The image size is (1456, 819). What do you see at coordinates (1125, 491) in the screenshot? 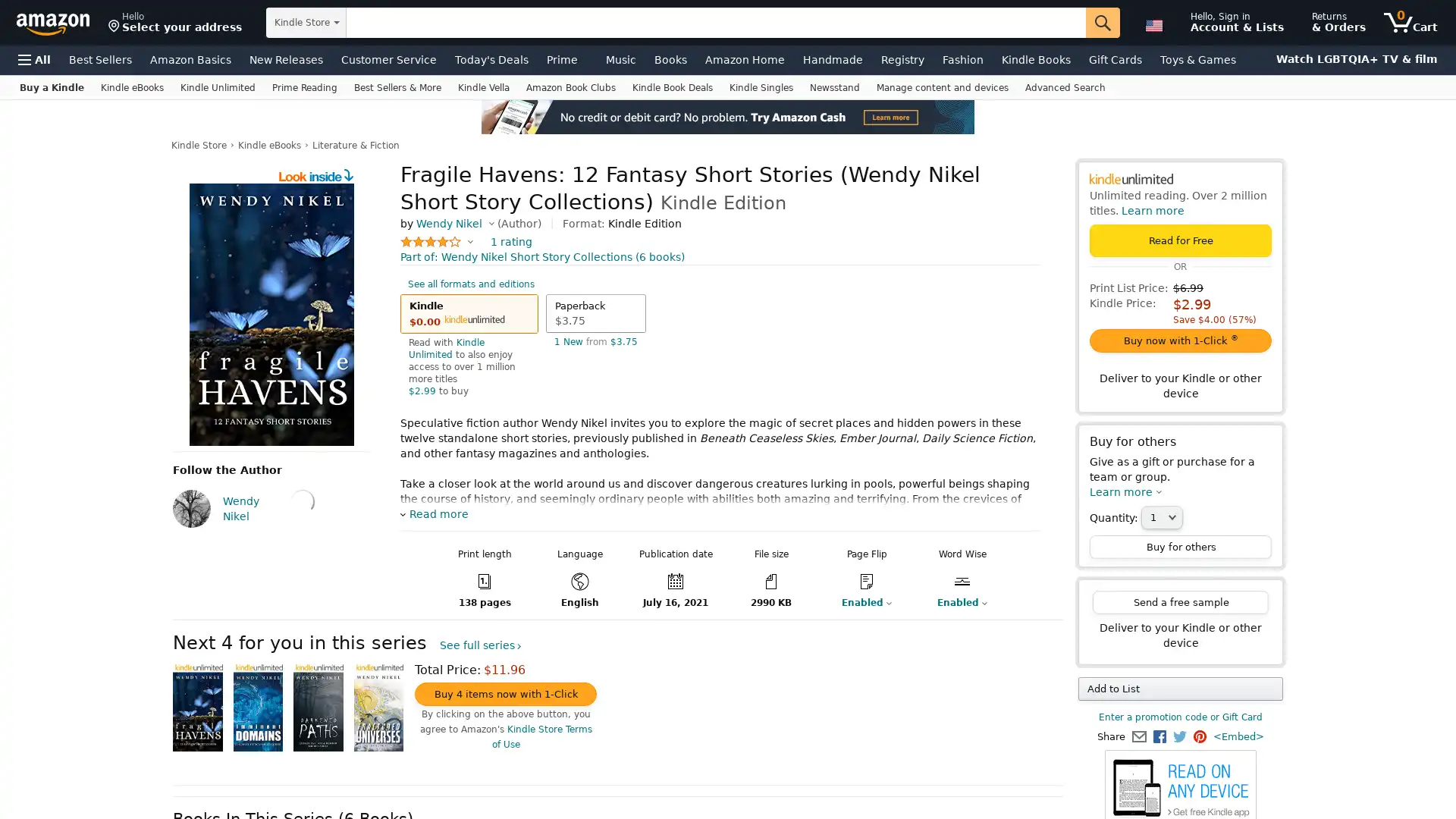
I see `Learn more` at bounding box center [1125, 491].